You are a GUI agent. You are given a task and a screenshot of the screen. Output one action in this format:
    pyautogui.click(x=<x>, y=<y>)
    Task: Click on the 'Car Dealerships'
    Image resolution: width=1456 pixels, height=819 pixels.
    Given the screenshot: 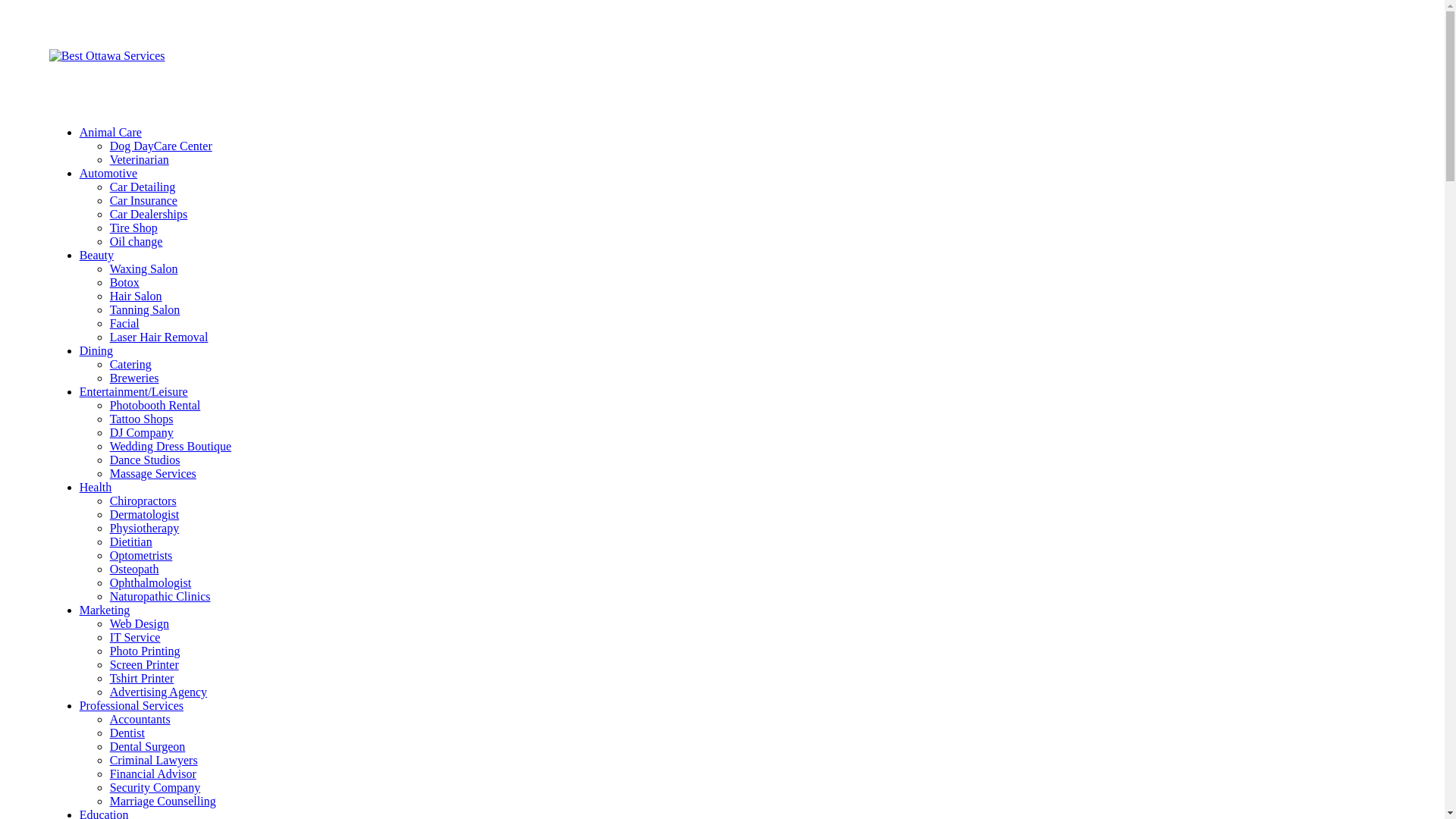 What is the action you would take?
    pyautogui.click(x=149, y=214)
    